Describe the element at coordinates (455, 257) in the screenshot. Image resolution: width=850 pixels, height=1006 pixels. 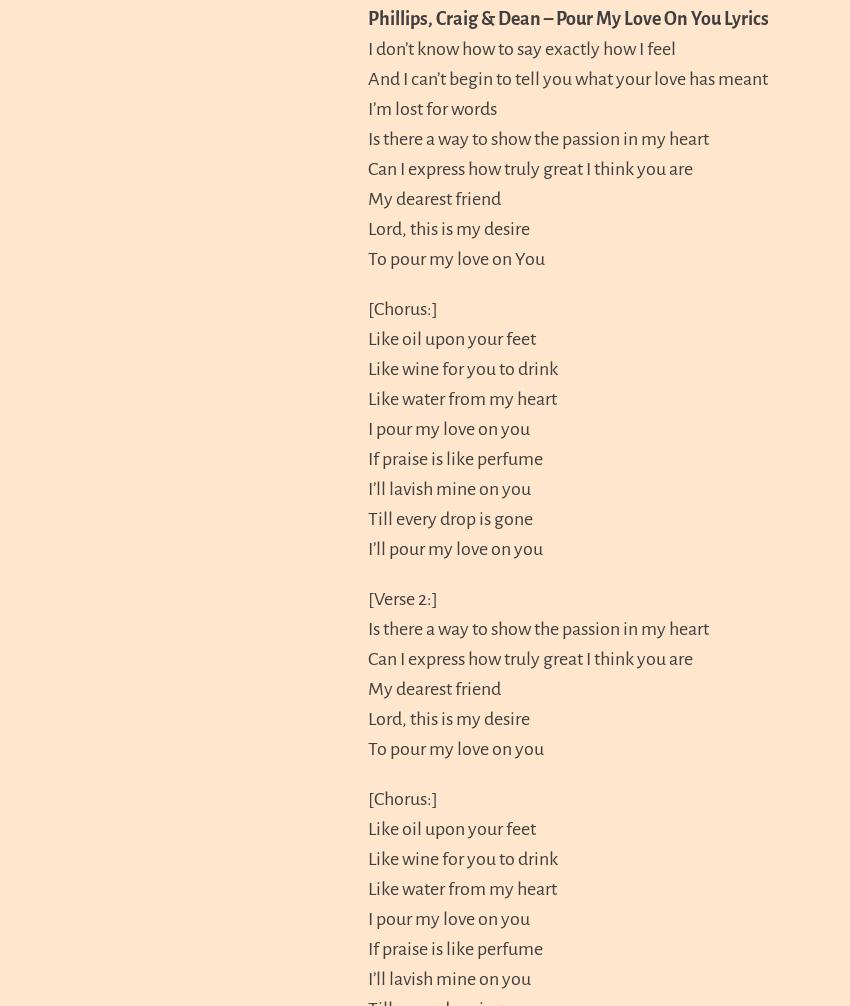
I see `'To pour my love on You'` at that location.